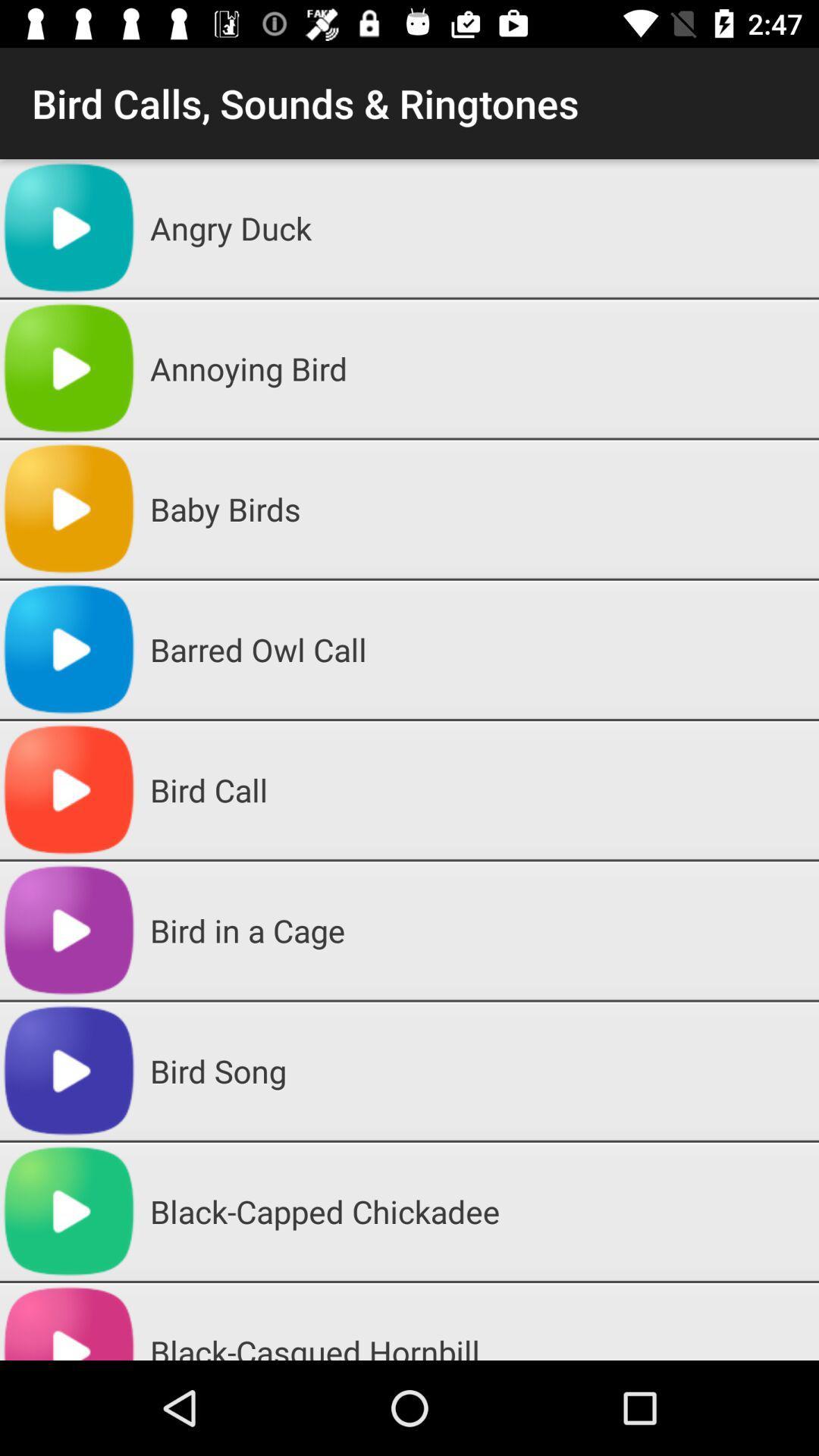  Describe the element at coordinates (479, 509) in the screenshot. I see `the baby birds item` at that location.